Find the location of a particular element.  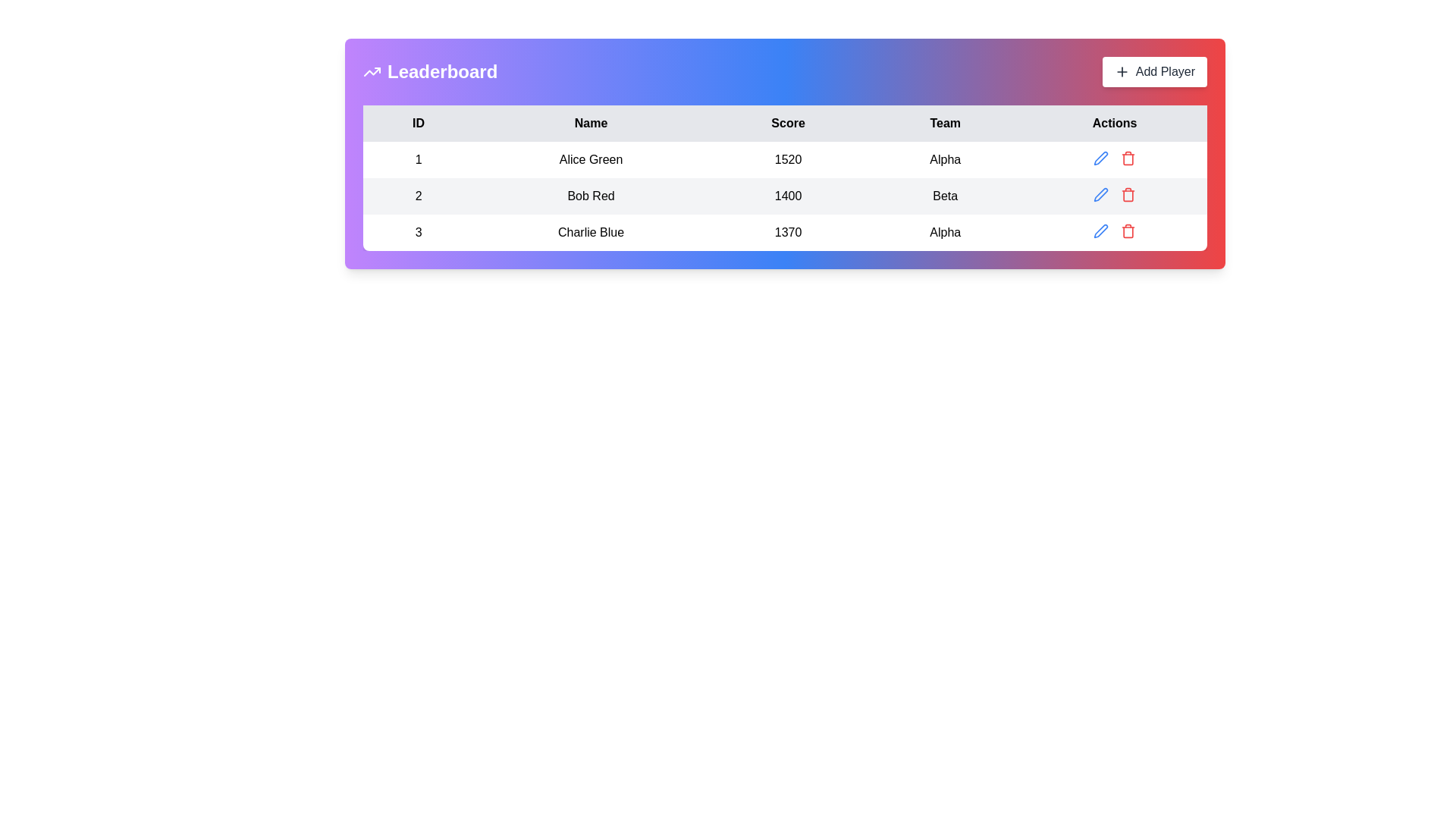

the small graphical icon resembling a cross or plus sign located at the leftmost position of the 'Add Player' button, which is situated at the top-right corner above the leaderboard table is located at coordinates (1122, 72).